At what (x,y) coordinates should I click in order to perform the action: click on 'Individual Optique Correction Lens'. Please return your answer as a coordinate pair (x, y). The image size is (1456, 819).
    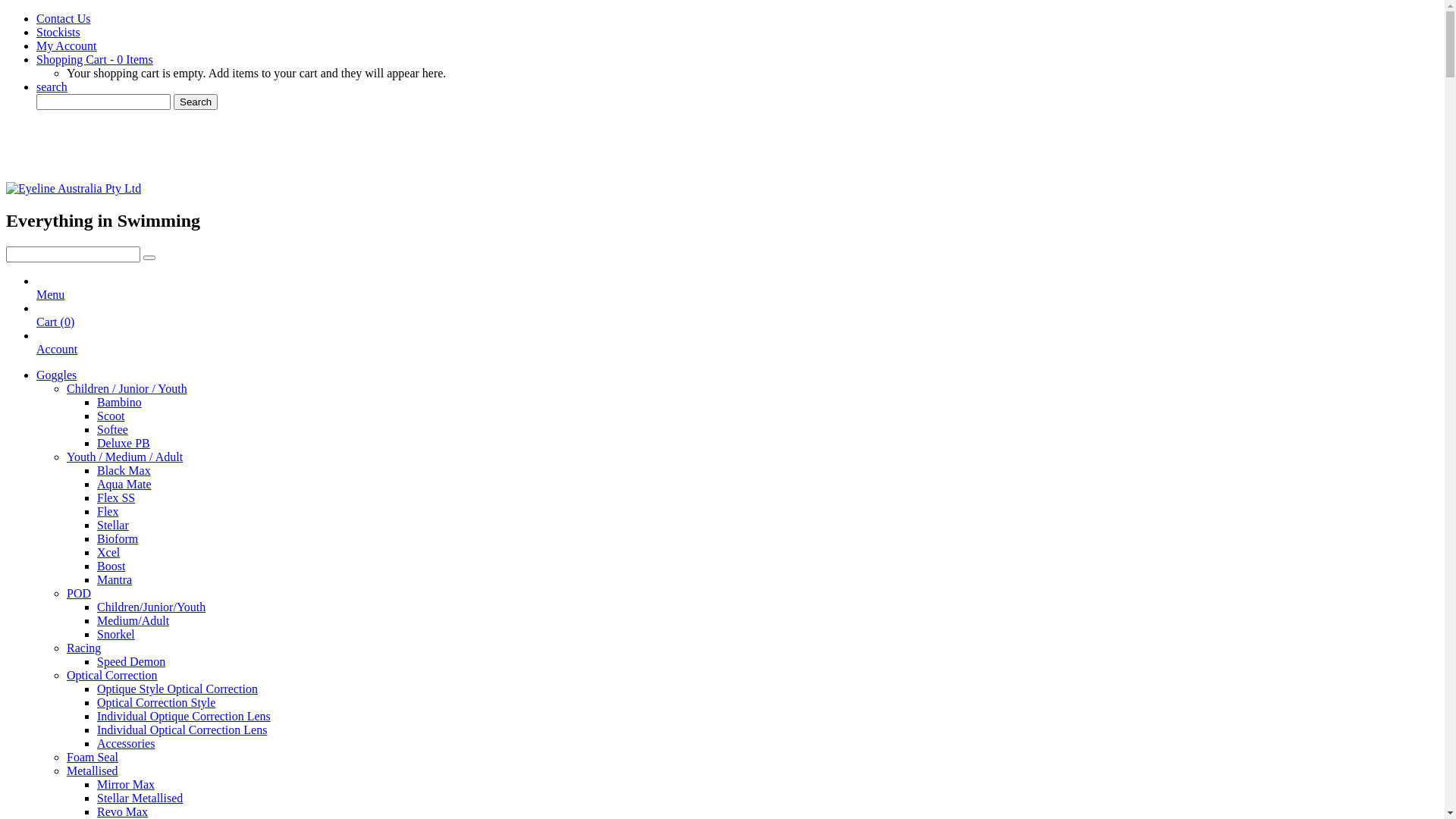
    Looking at the image, I should click on (183, 716).